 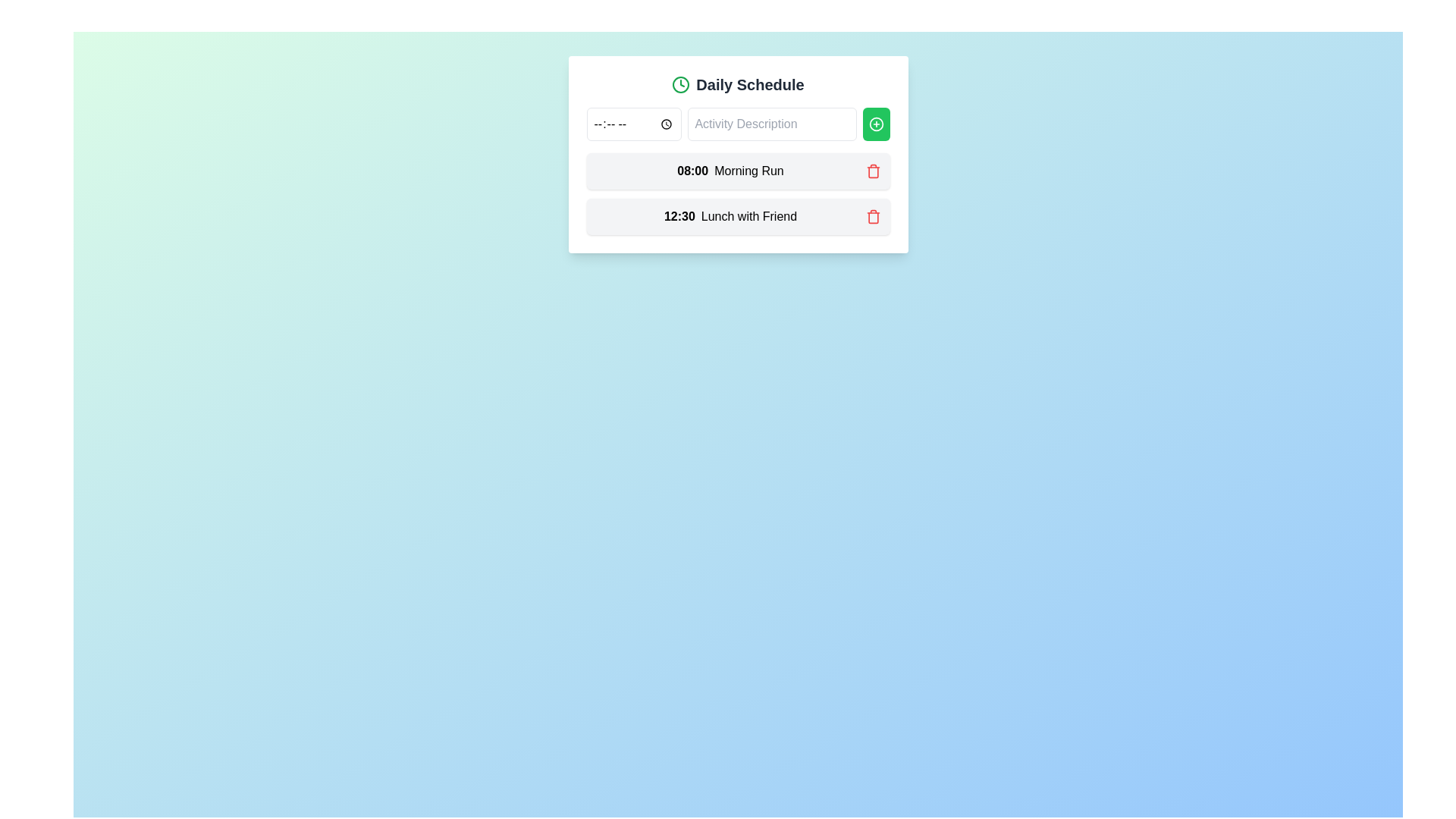 What do you see at coordinates (692, 171) in the screenshot?
I see `the bold, black text displaying '08:00' which is located next to 'Morning Run' in the 'Daily Schedule' section` at bounding box center [692, 171].